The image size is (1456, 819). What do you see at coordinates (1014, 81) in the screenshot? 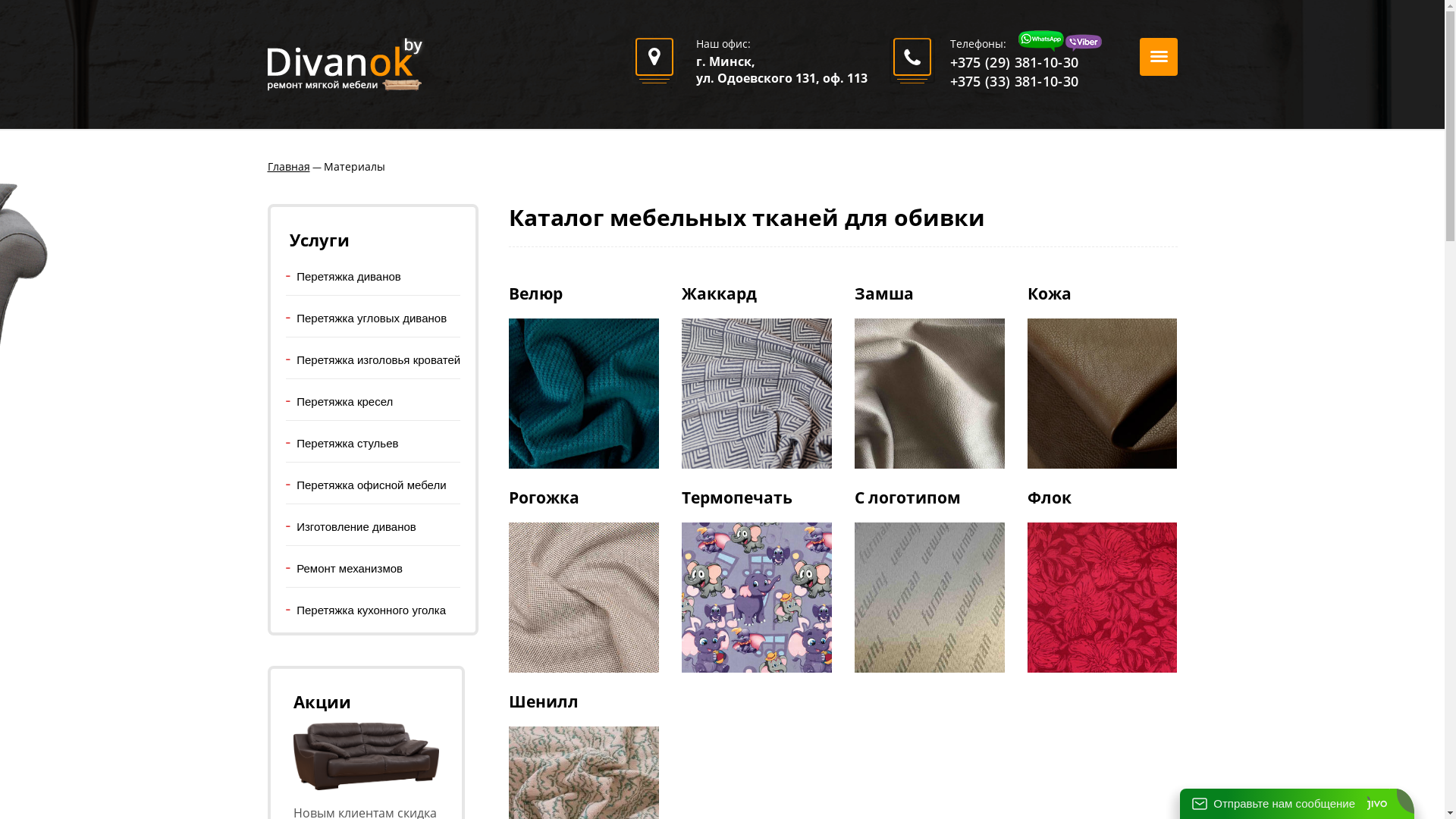
I see `'+375 (33) 381-10-30'` at bounding box center [1014, 81].